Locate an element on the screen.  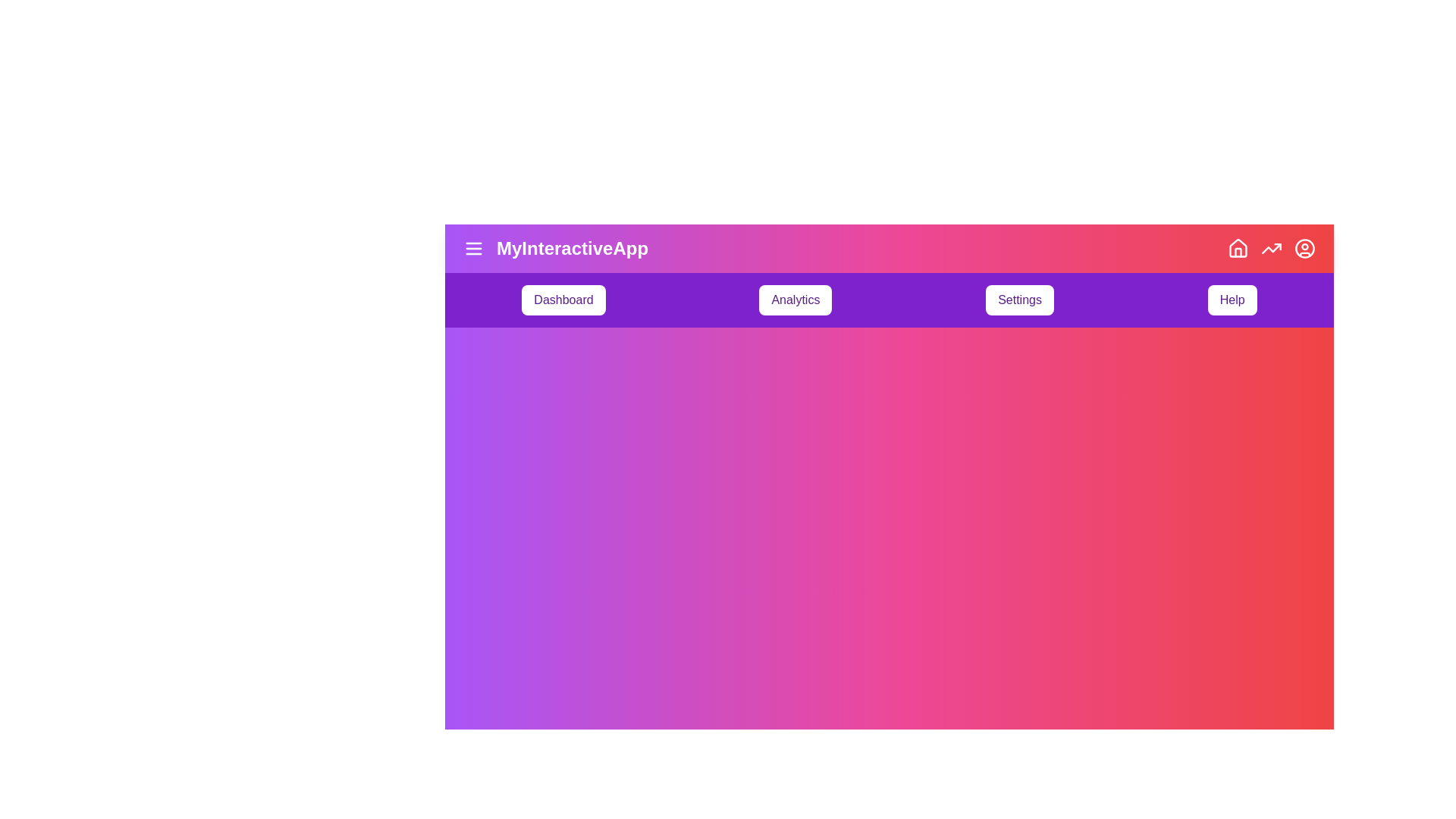
the application title 'MyInteractiveApp' is located at coordinates (555, 247).